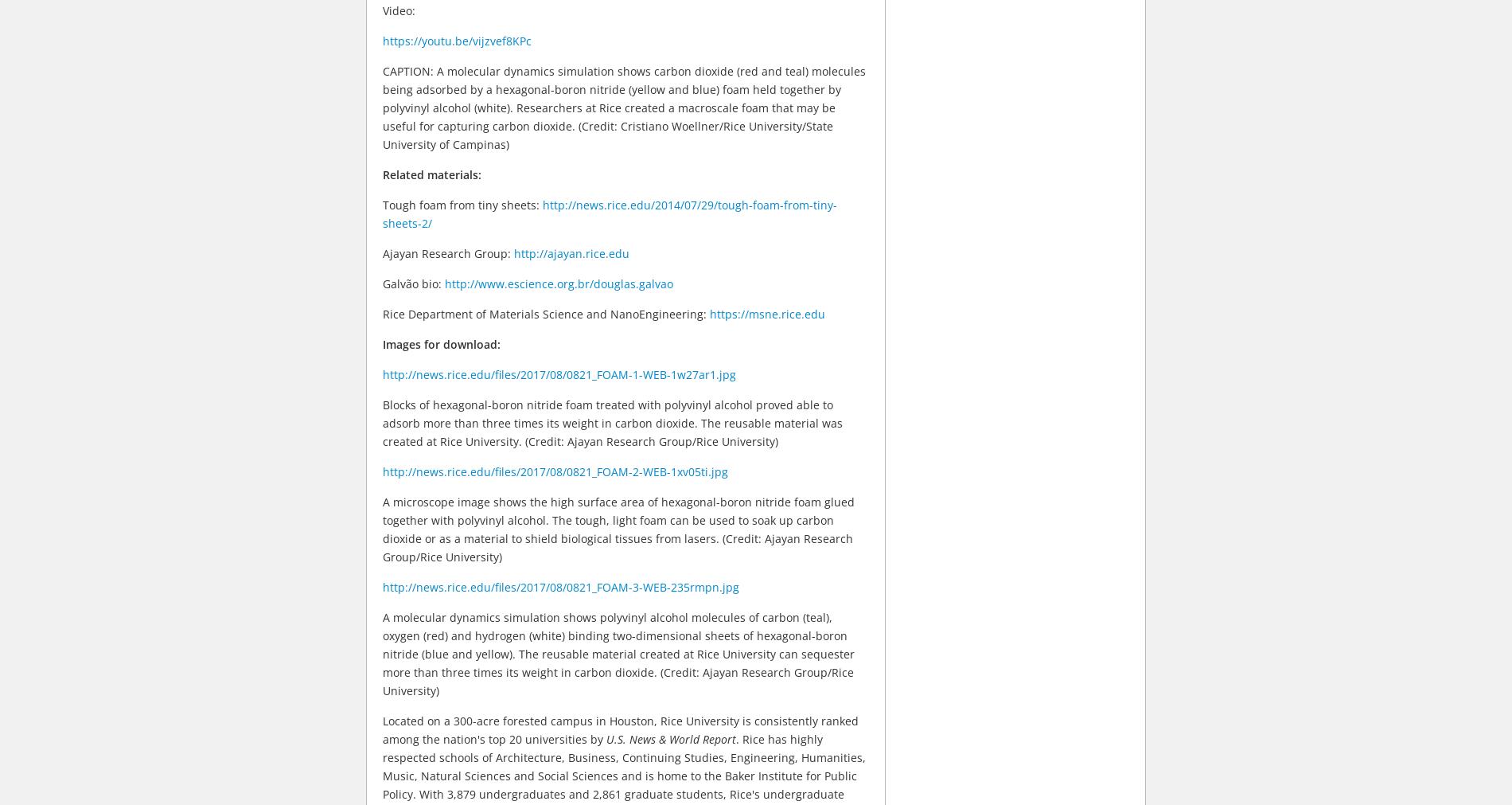 This screenshot has width=1512, height=805. I want to click on 'CAPTION: A molecular dynamics simulation shows carbon dioxide (red and teal) molecules being adsorbed by a hexagonal-boron nitride (yellow and blue) foam held together by polyvinyl alcohol (white). Researchers at Rice created a macroscale foam that may be useful for capturing carbon dioxide. (Credit: Cristiano Woellner/Rice University/State University of Campinas)', so click(623, 106).